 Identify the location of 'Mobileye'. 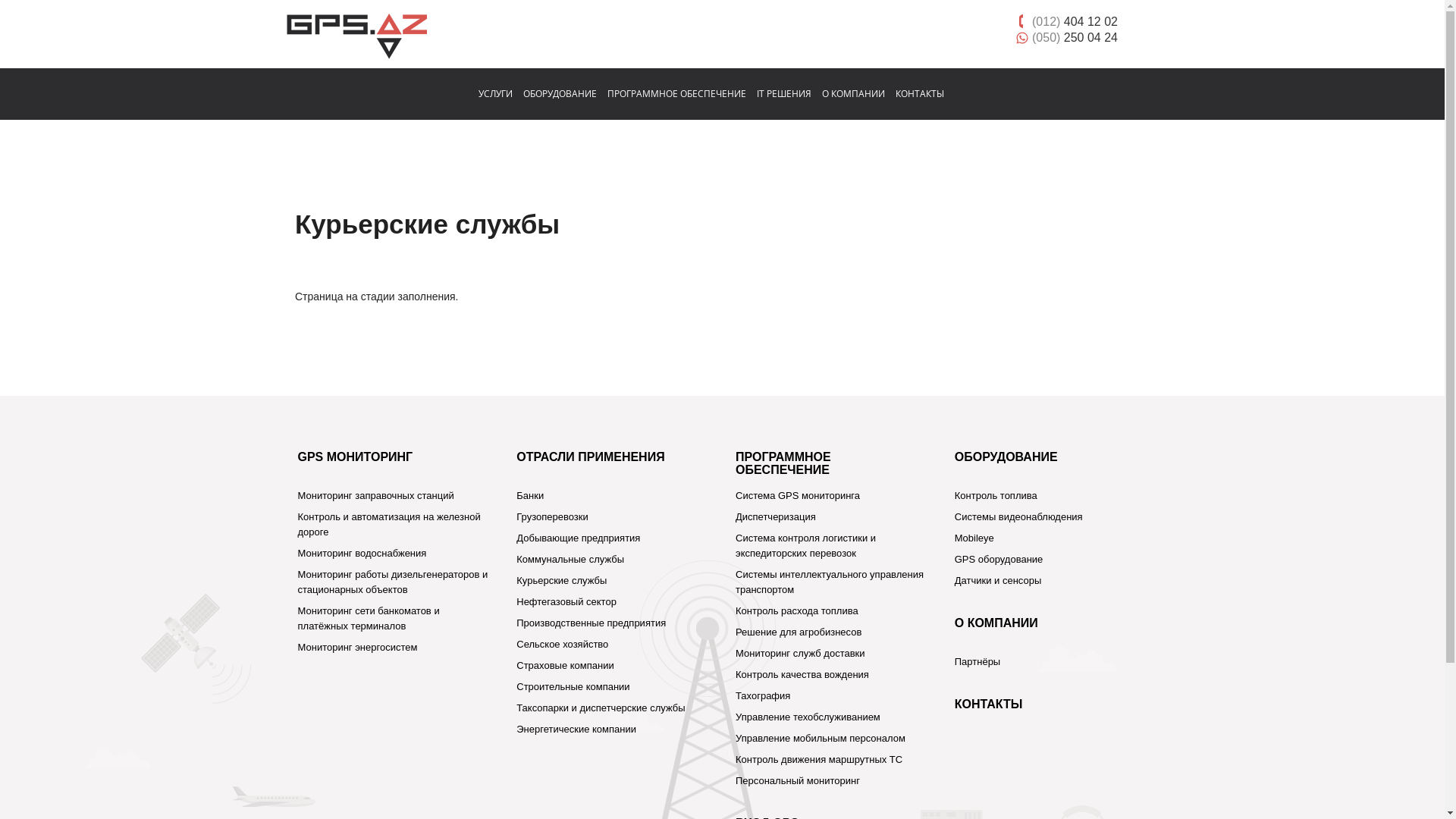
(953, 537).